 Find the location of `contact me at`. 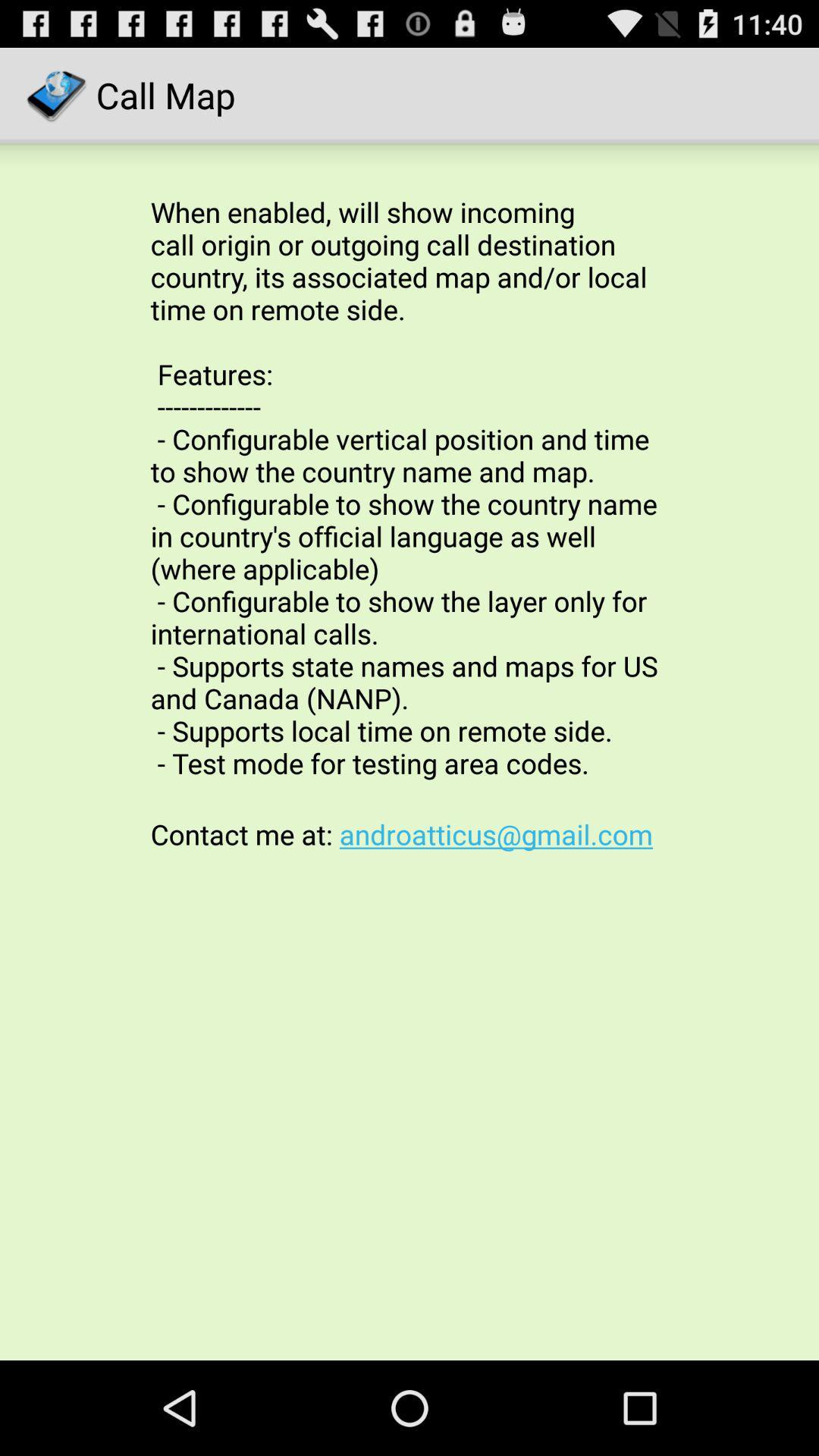

contact me at is located at coordinates (409, 833).